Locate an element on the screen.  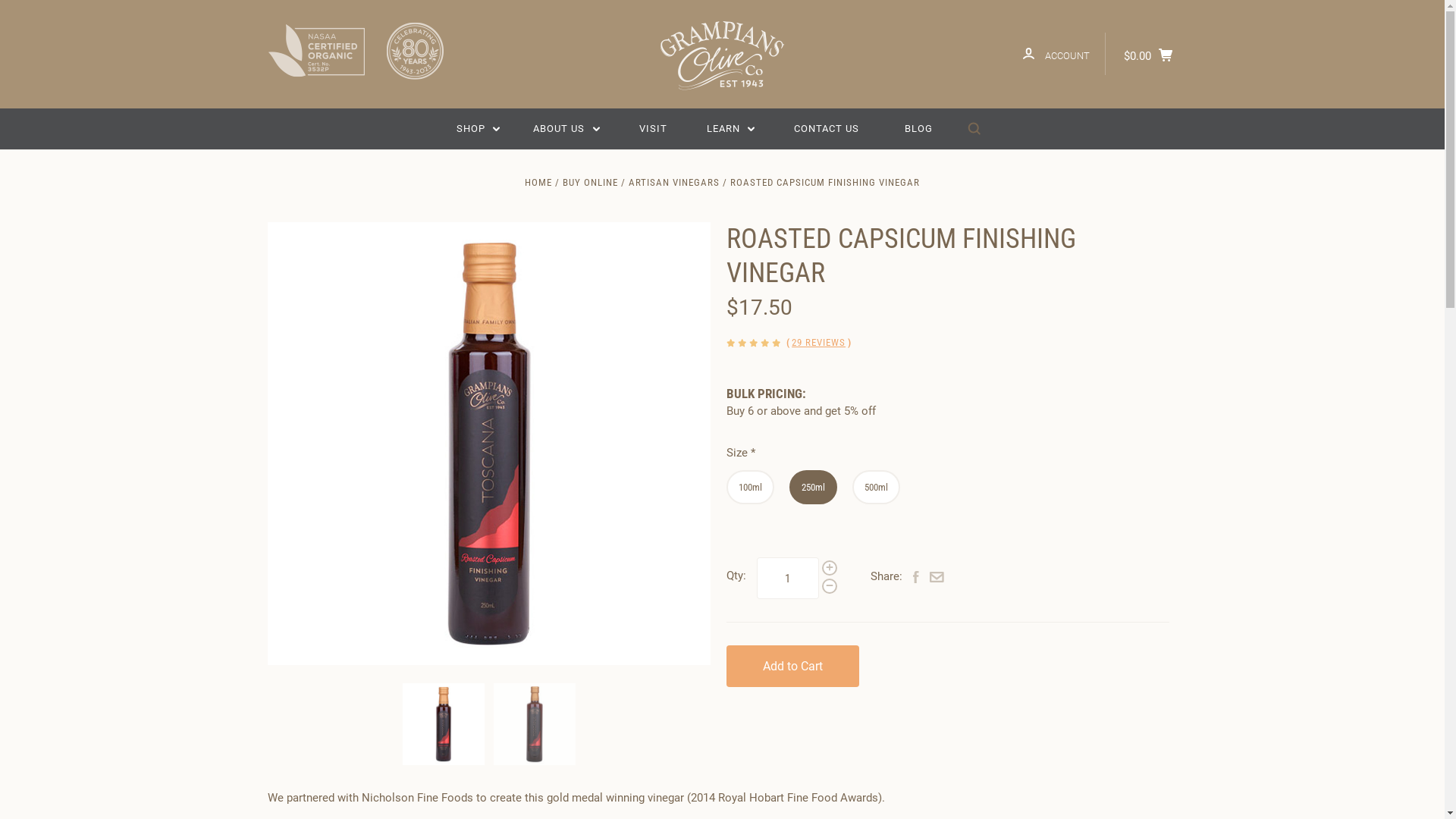
'HOME' is located at coordinates (538, 181).